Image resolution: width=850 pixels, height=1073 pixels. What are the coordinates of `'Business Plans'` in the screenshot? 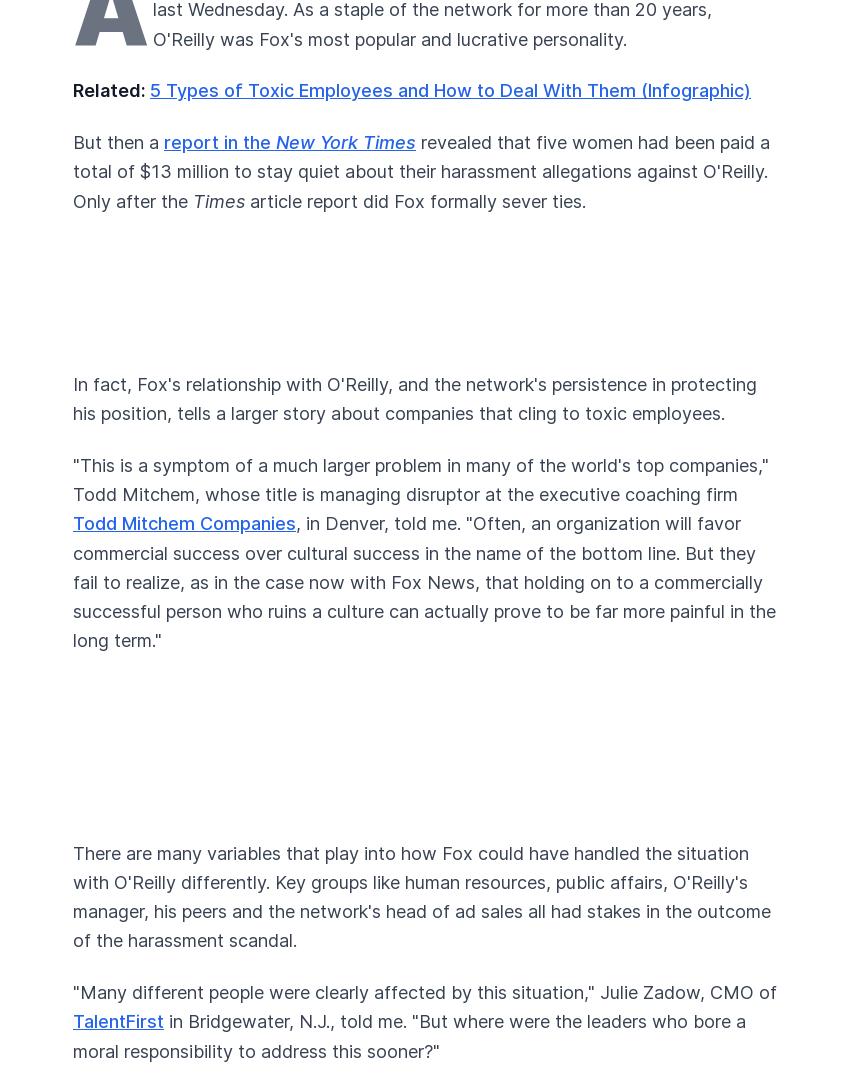 It's located at (133, 412).